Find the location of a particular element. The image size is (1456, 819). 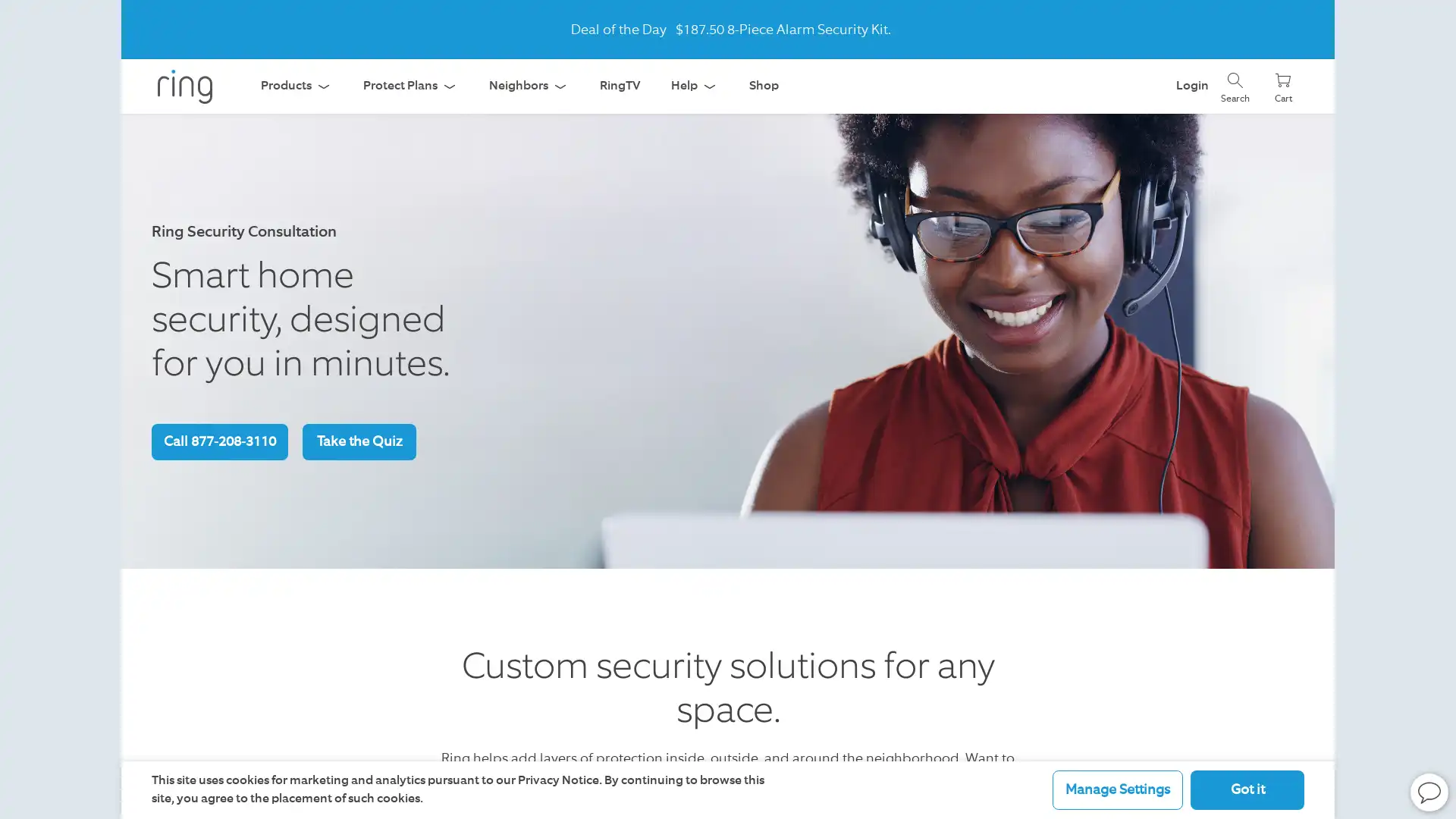

Got it is located at coordinates (1247, 789).